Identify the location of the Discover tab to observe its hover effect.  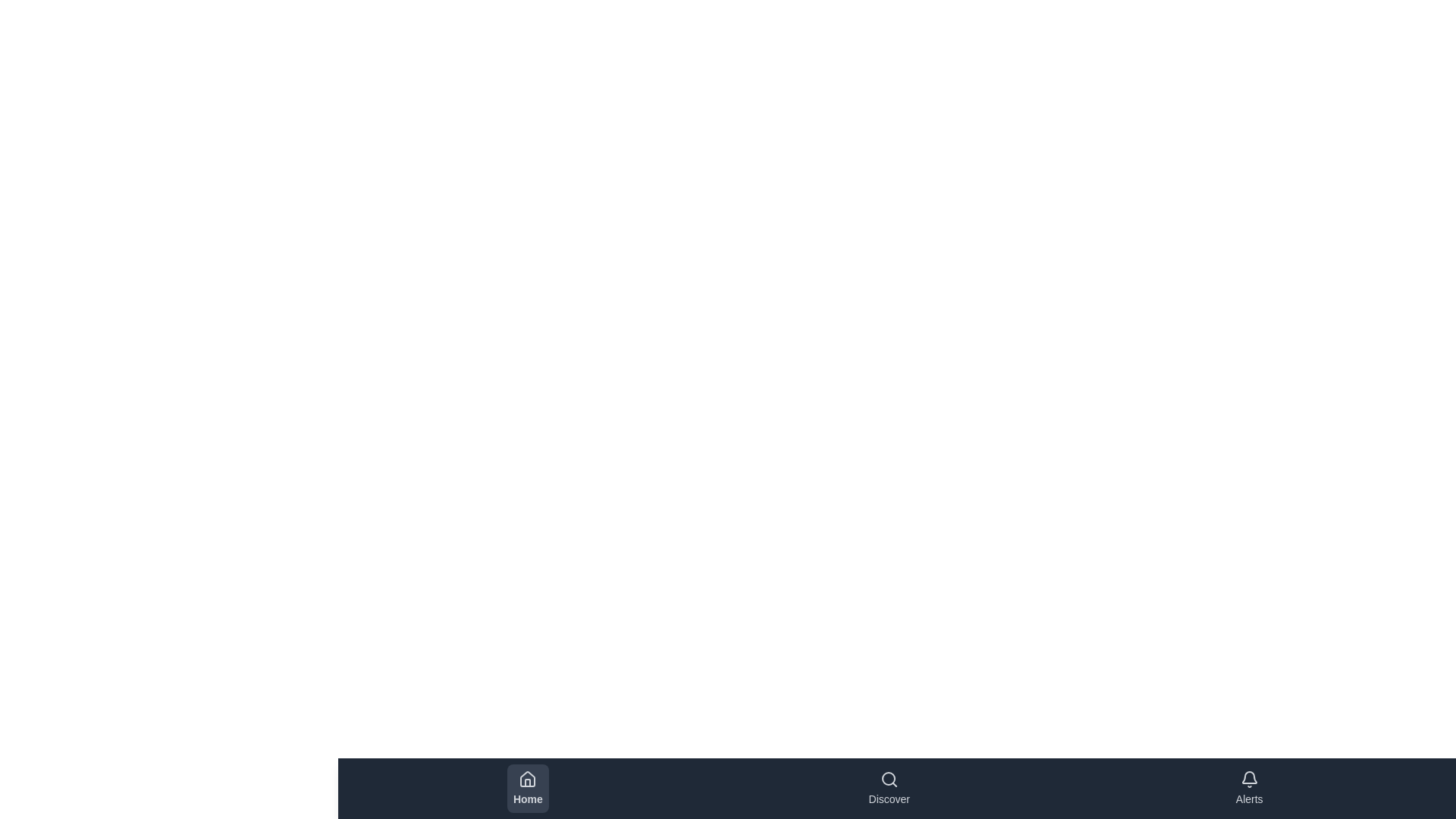
(888, 788).